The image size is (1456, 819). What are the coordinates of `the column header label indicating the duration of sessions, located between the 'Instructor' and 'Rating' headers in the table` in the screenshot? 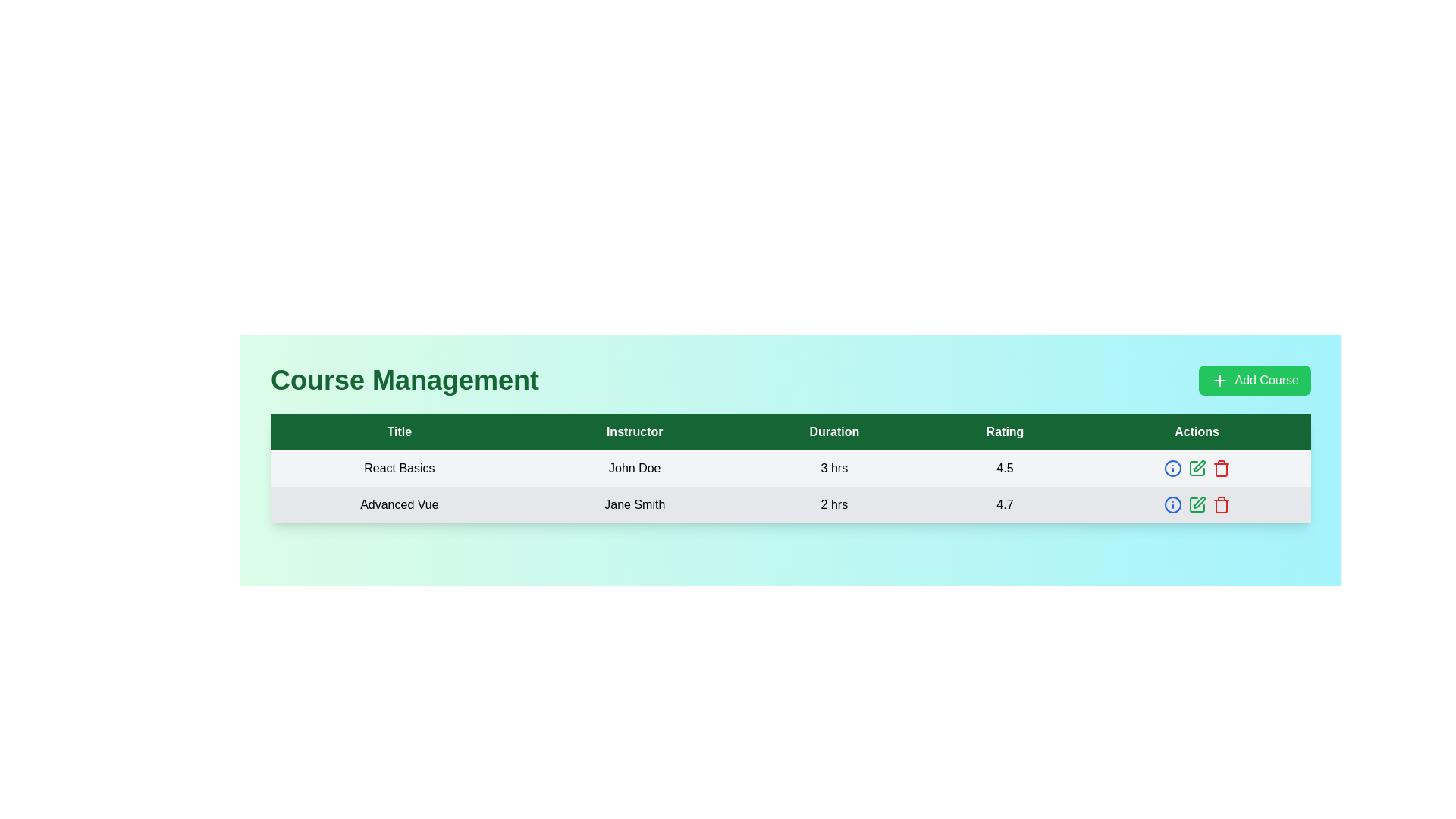 It's located at (833, 432).